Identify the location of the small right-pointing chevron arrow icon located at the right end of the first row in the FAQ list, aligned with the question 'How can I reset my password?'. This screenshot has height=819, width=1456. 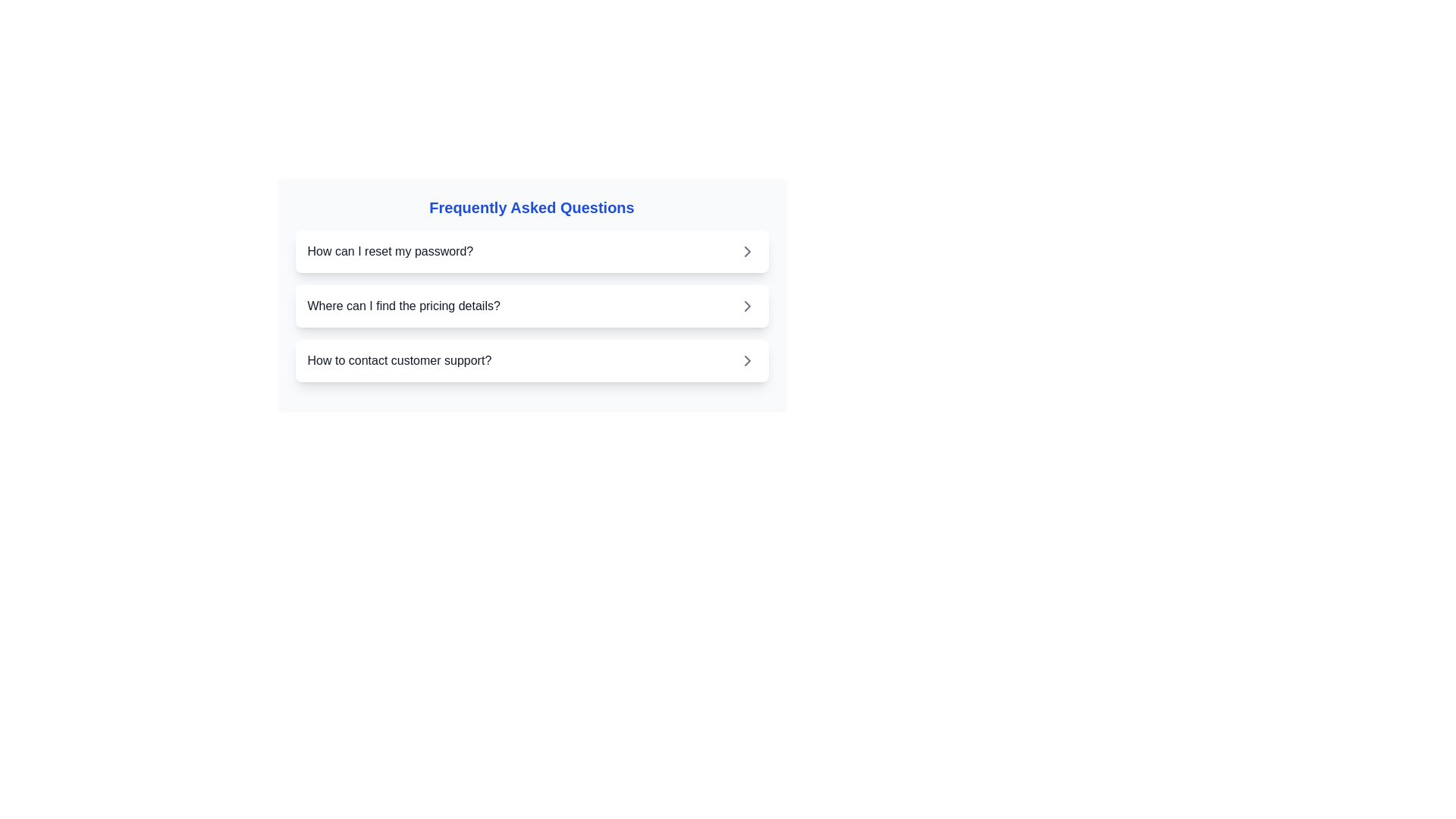
(747, 250).